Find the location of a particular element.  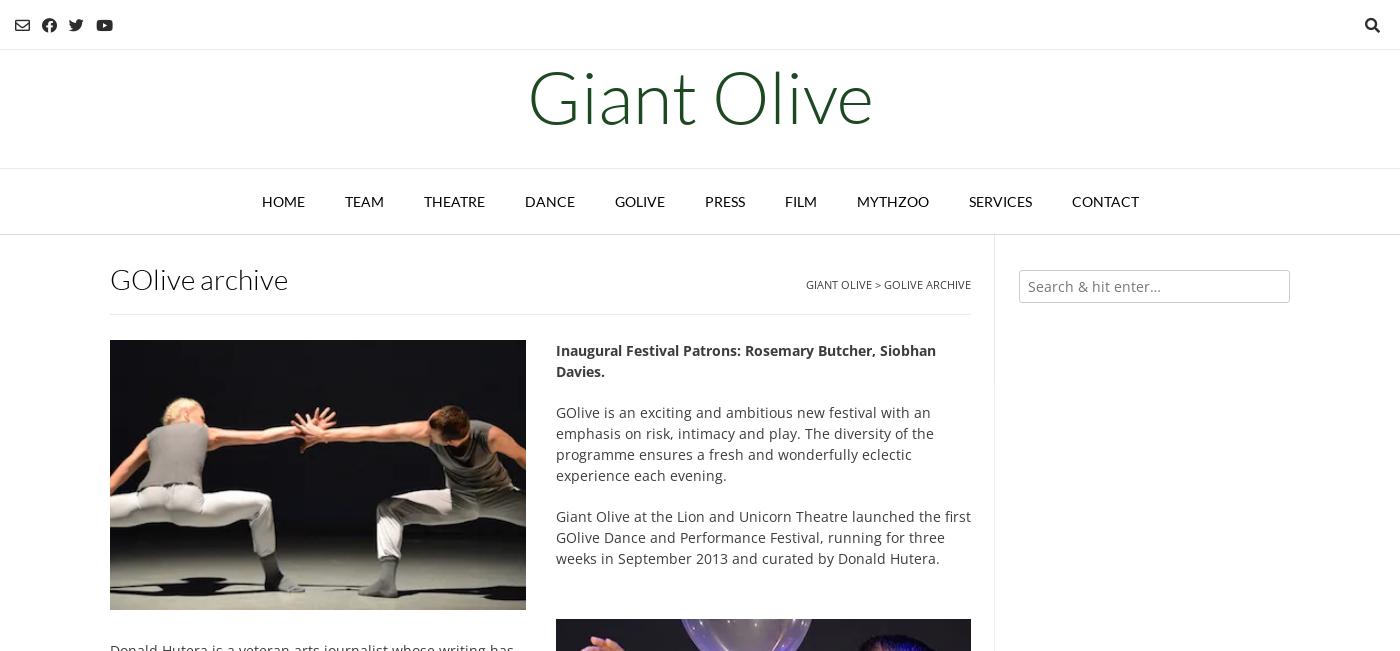

'>' is located at coordinates (877, 283).